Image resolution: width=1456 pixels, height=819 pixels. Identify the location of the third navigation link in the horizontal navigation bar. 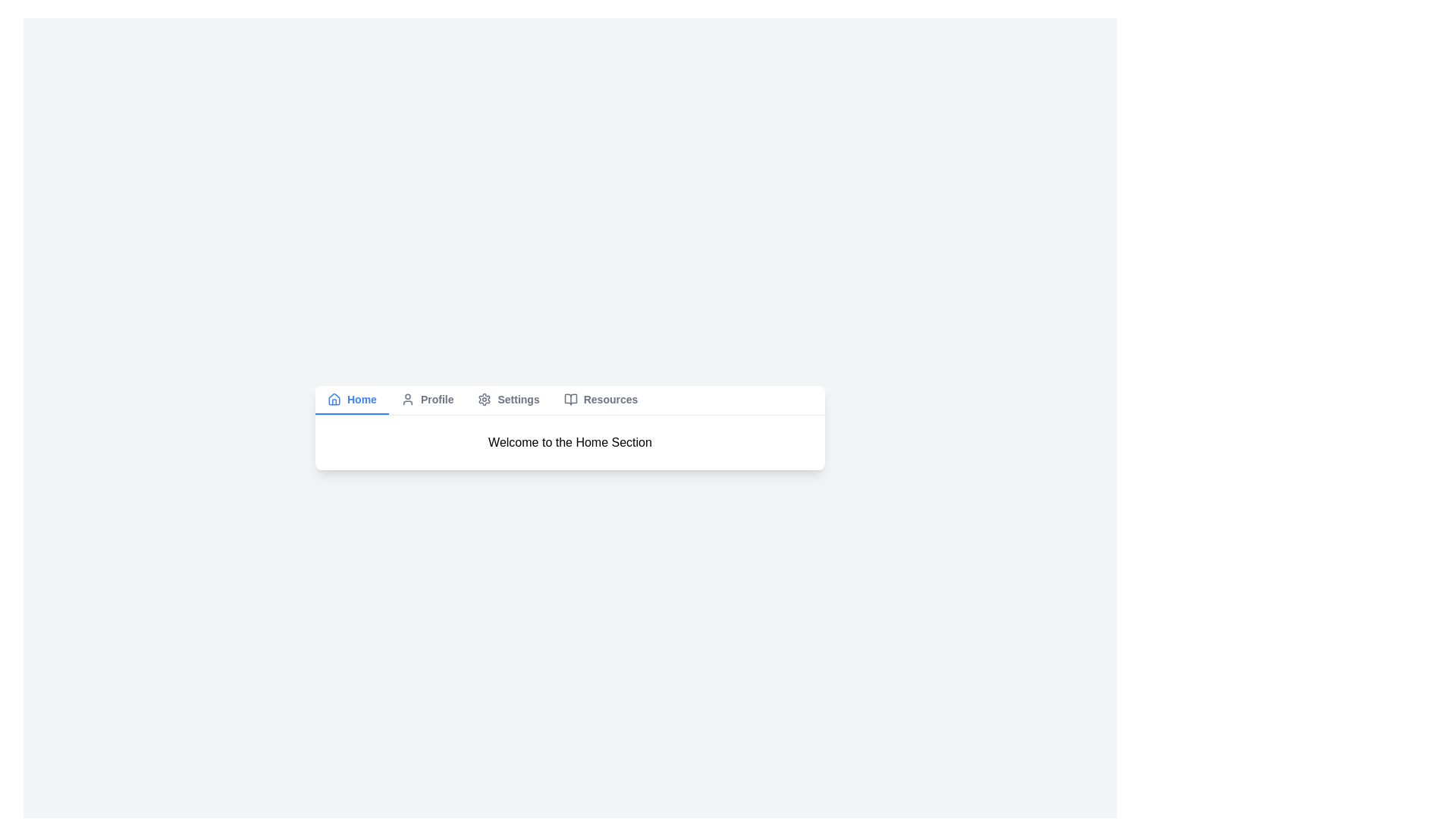
(509, 398).